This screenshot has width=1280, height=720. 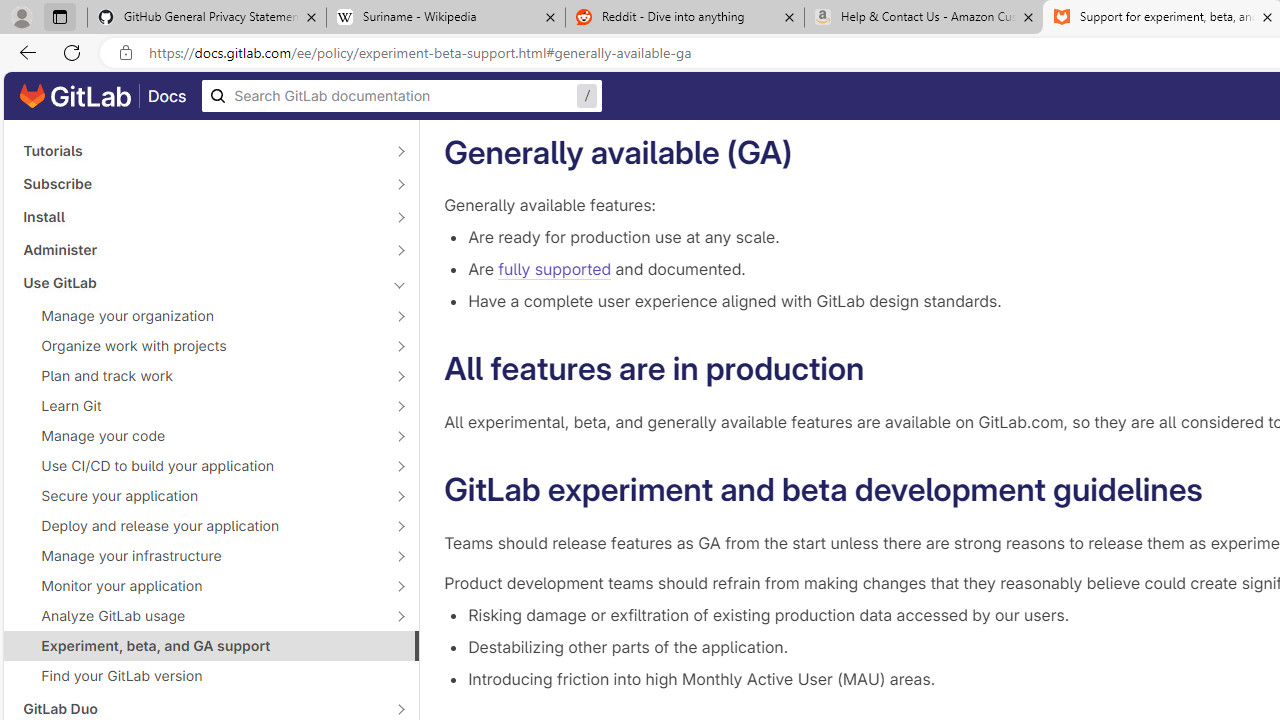 What do you see at coordinates (200, 495) in the screenshot?
I see `'Secure your application'` at bounding box center [200, 495].